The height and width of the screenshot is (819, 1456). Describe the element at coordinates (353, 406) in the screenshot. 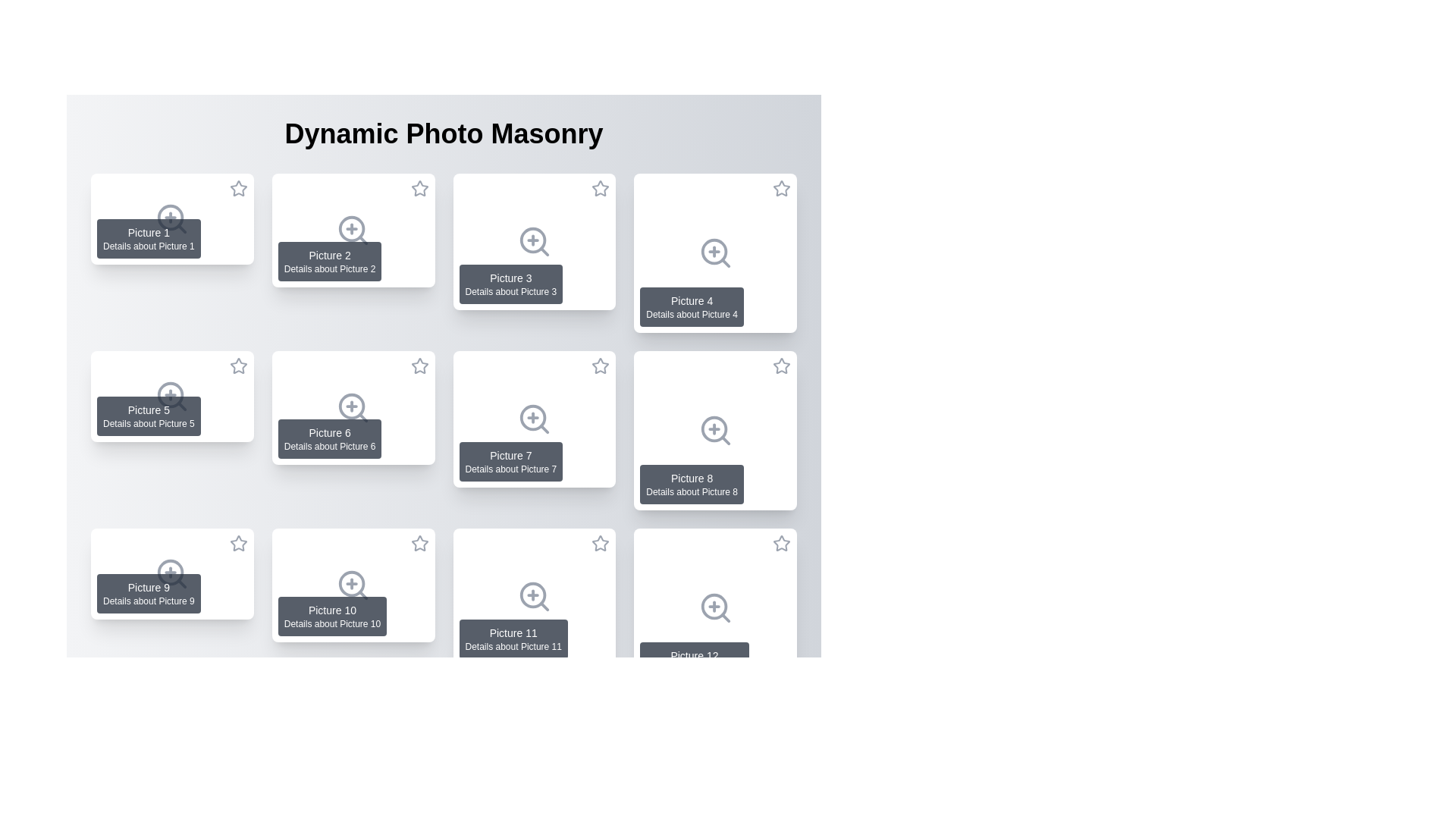

I see `the magnifying glass icon with a plus symbol inside it, which represents the zoom-in functionality, positioned centrally in the box labeled 'Picture 6' above the details bar` at that location.